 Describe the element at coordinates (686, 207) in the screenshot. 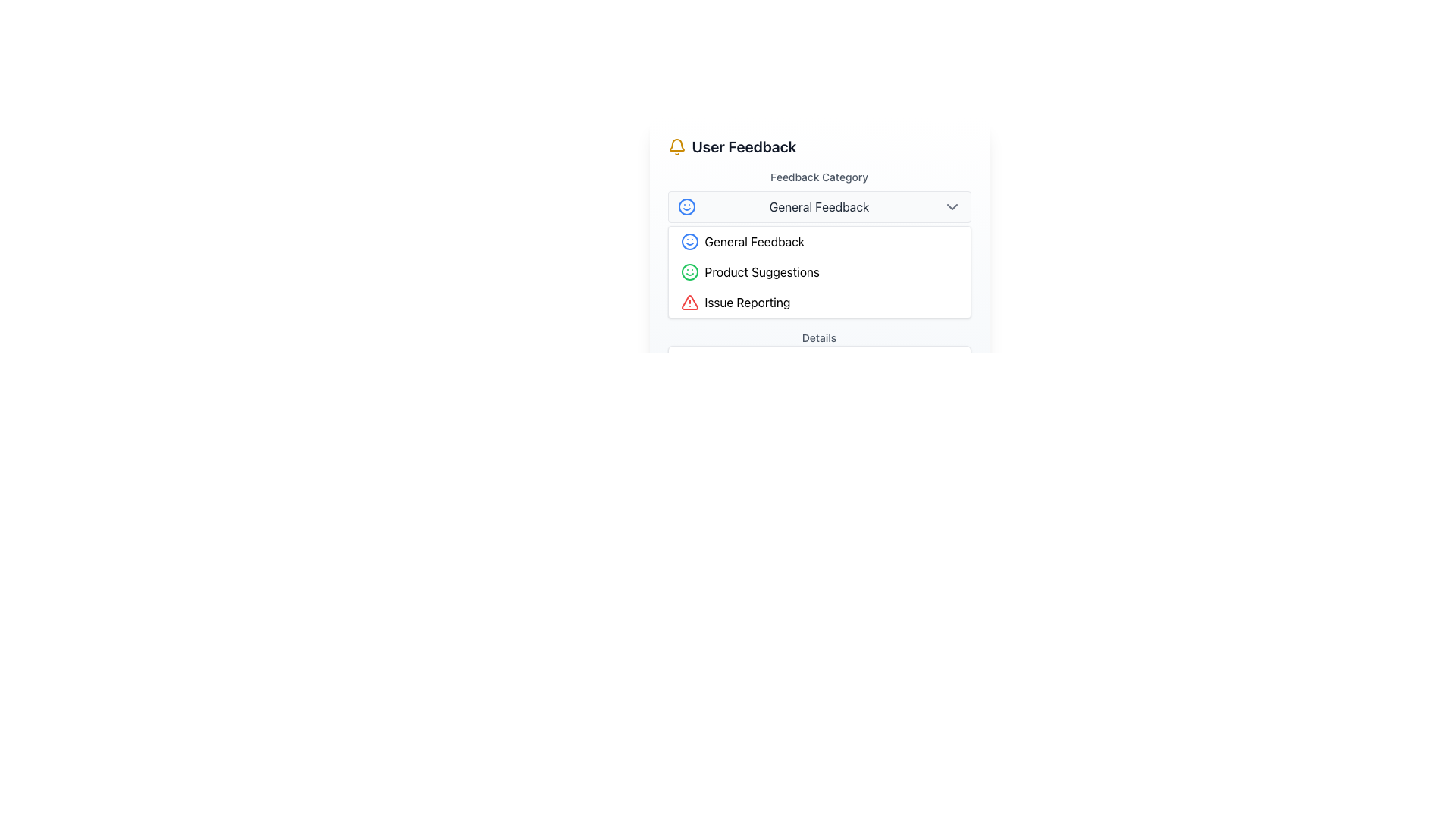

I see `the graphical icon representing the 'General Feedback' option in the dropdown menu, located towards the upper-left corner of the selection box` at that location.